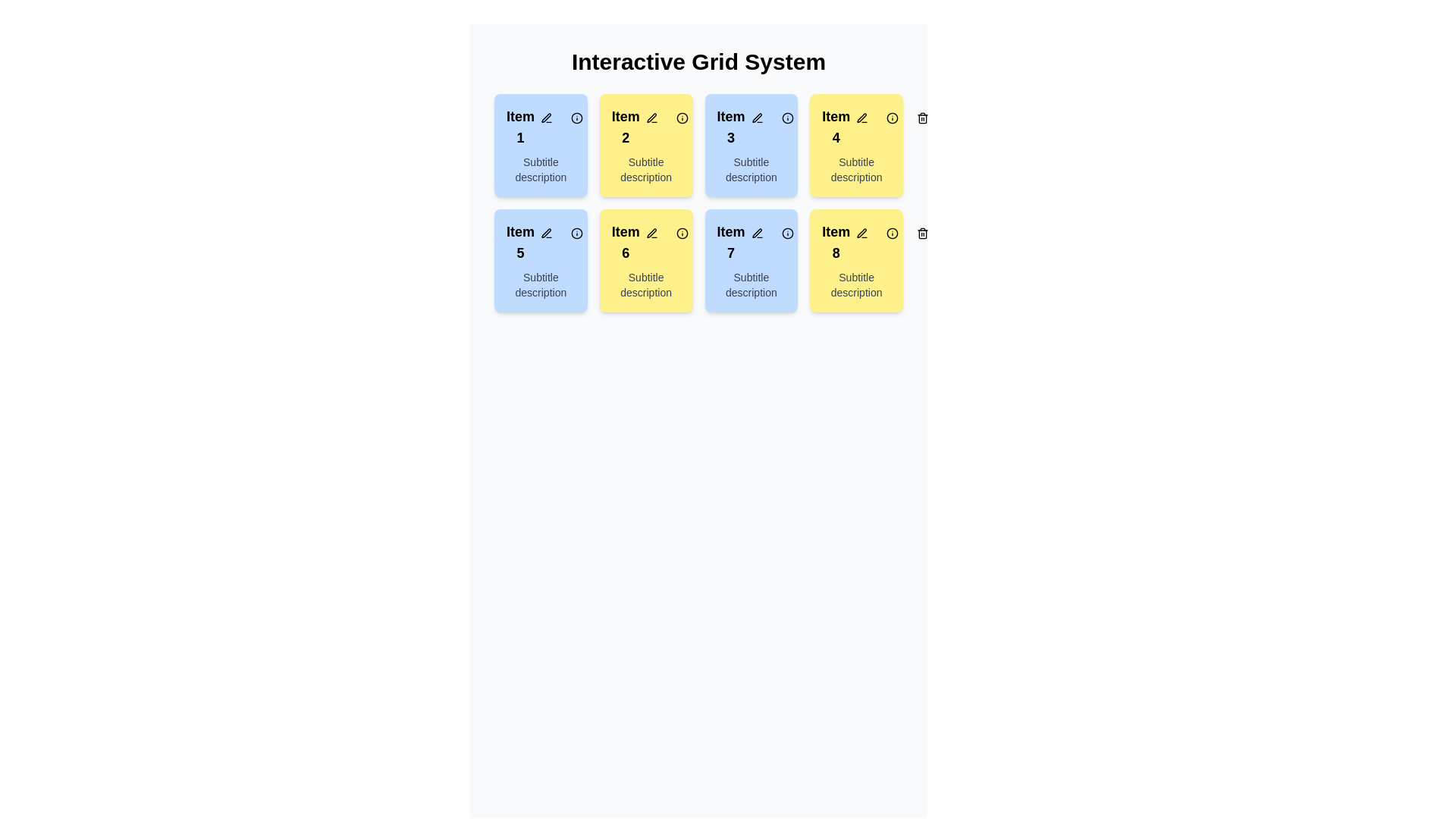 This screenshot has width=1456, height=819. What do you see at coordinates (646, 169) in the screenshot?
I see `the text label providing supplementary information for the card titled 'Item 2', located centrally below the title text in the bottom section of the card` at bounding box center [646, 169].